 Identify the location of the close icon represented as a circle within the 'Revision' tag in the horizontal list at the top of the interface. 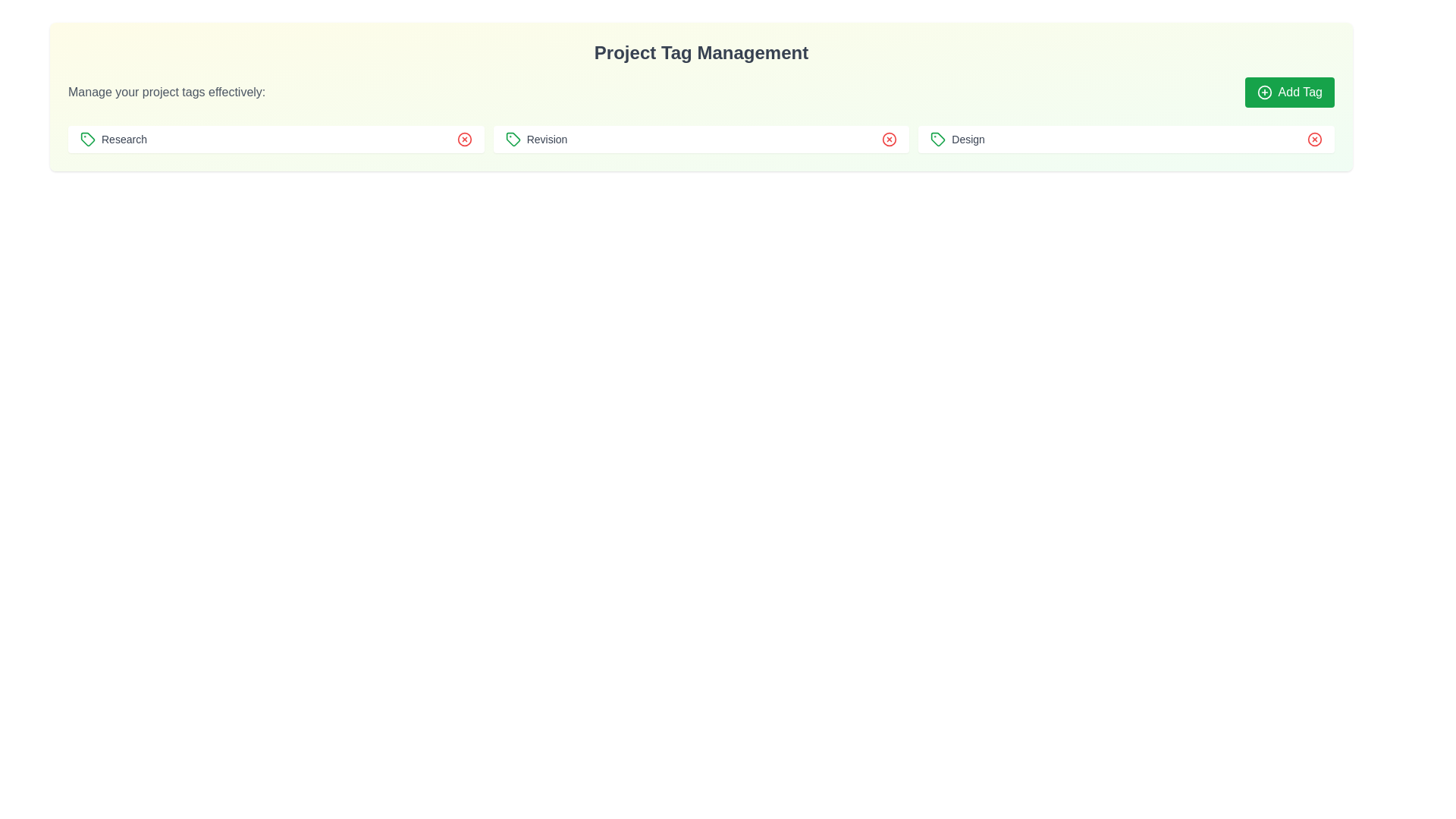
(463, 140).